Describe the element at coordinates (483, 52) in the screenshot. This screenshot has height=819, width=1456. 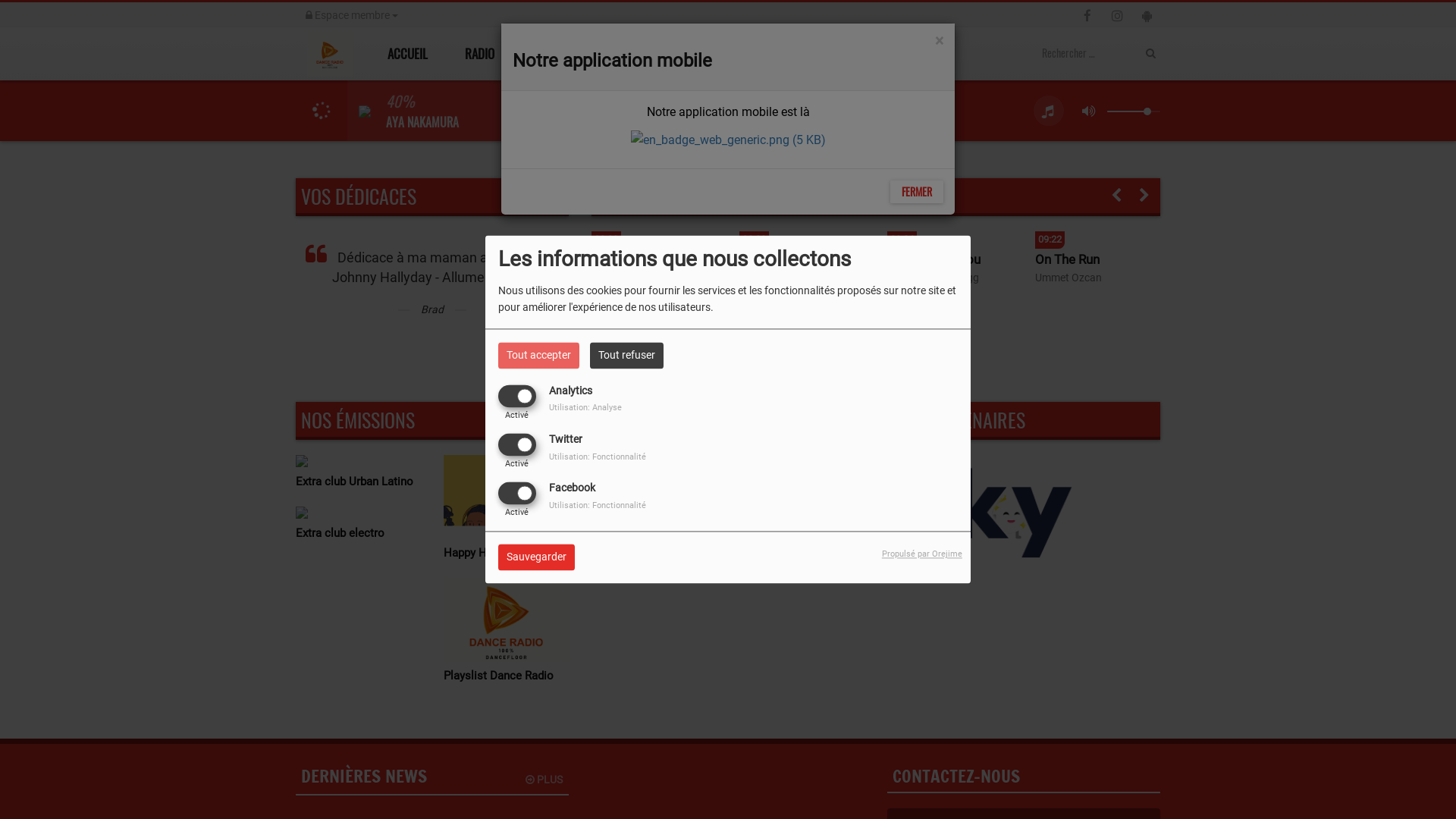
I see `'RADIO'` at that location.